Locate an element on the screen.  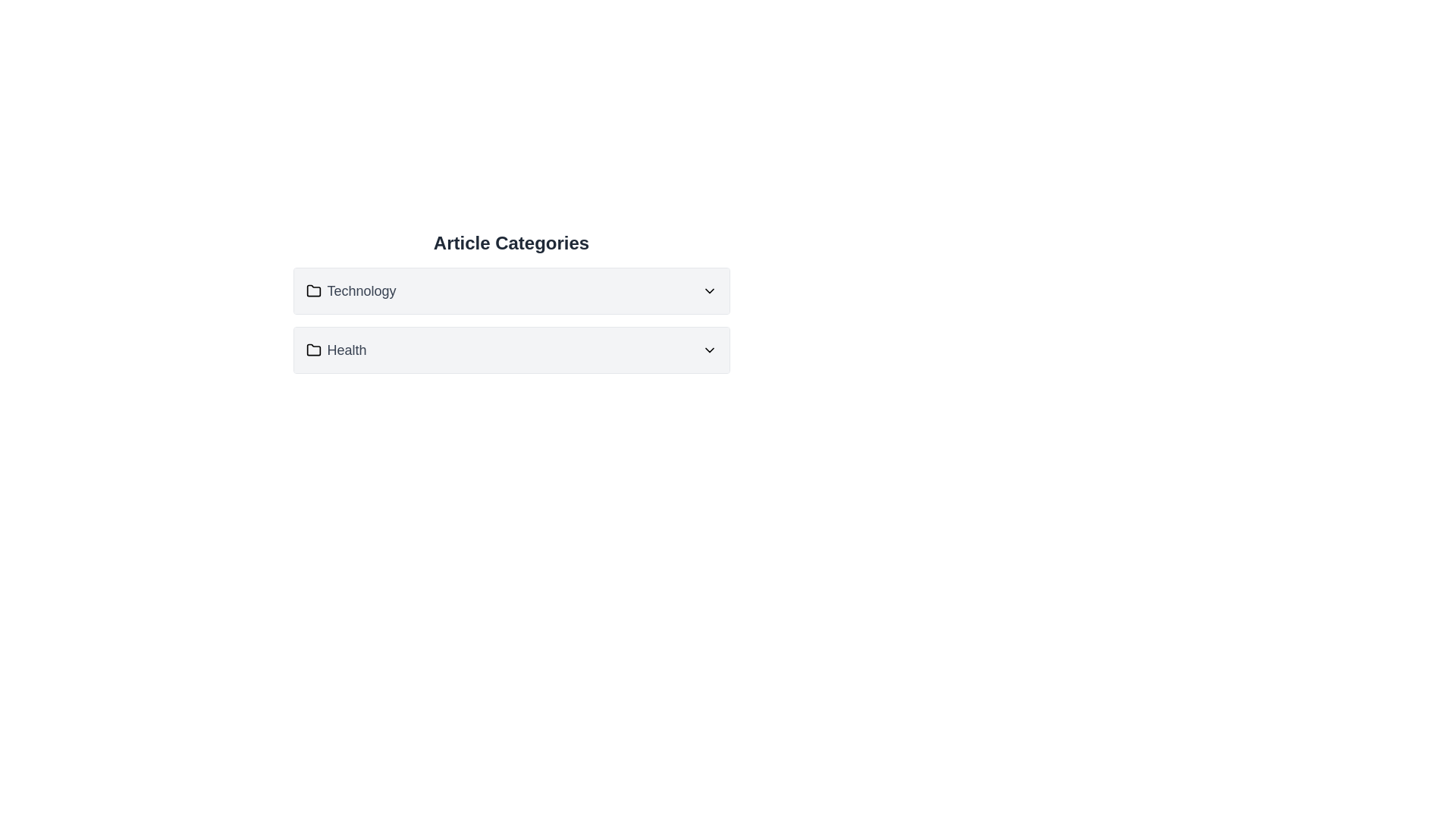
the 'Health' category list item located below the 'Technology' entry in the collapsible list is located at coordinates (511, 350).